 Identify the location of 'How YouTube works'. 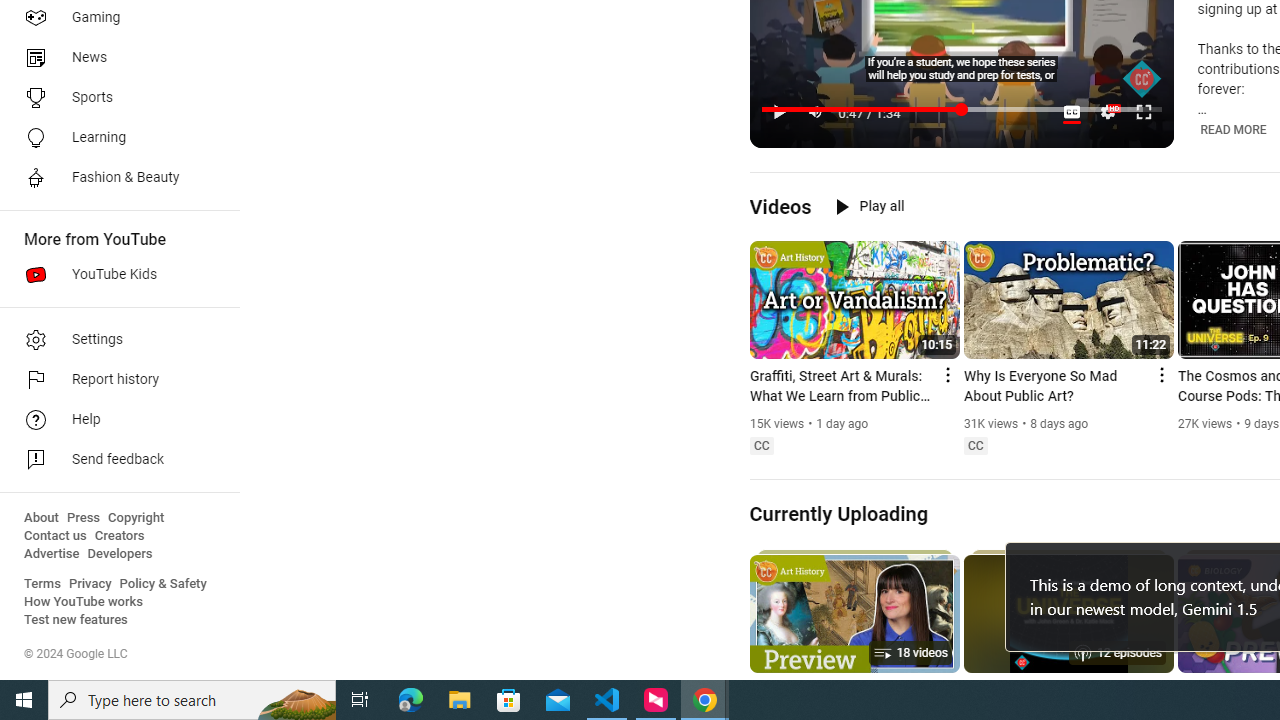
(82, 601).